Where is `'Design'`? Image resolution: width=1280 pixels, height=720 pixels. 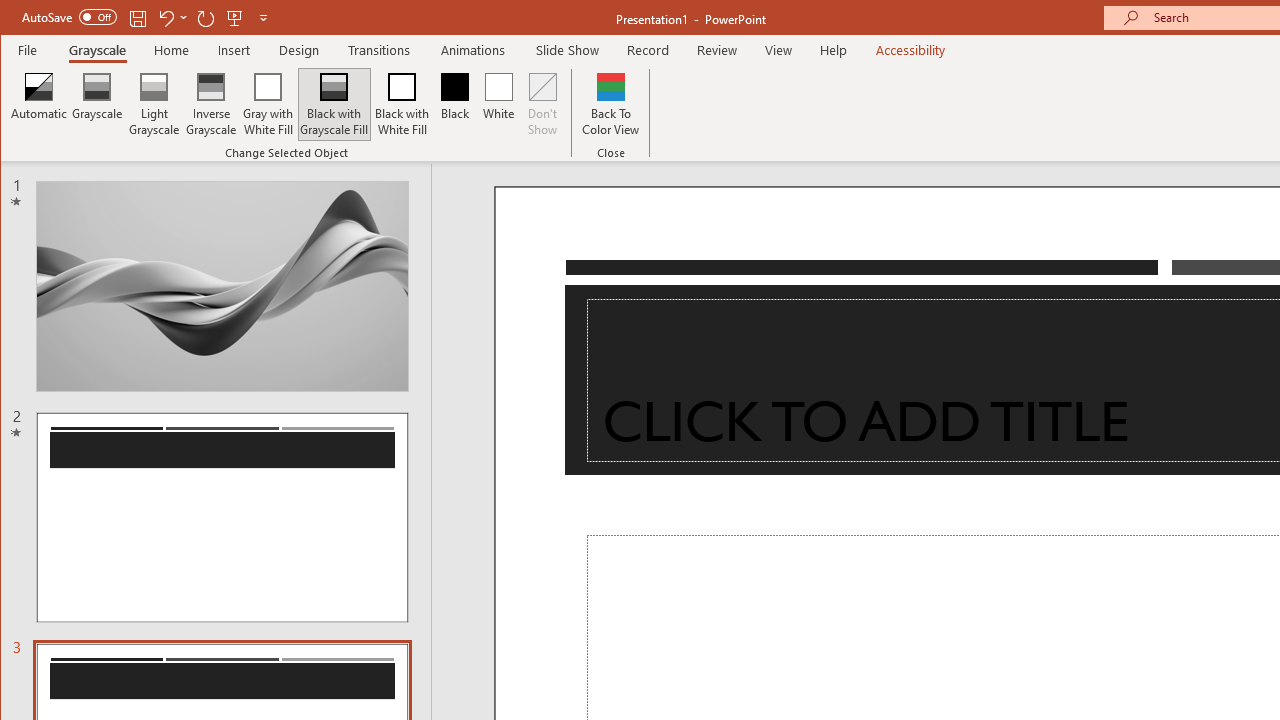 'Design' is located at coordinates (298, 49).